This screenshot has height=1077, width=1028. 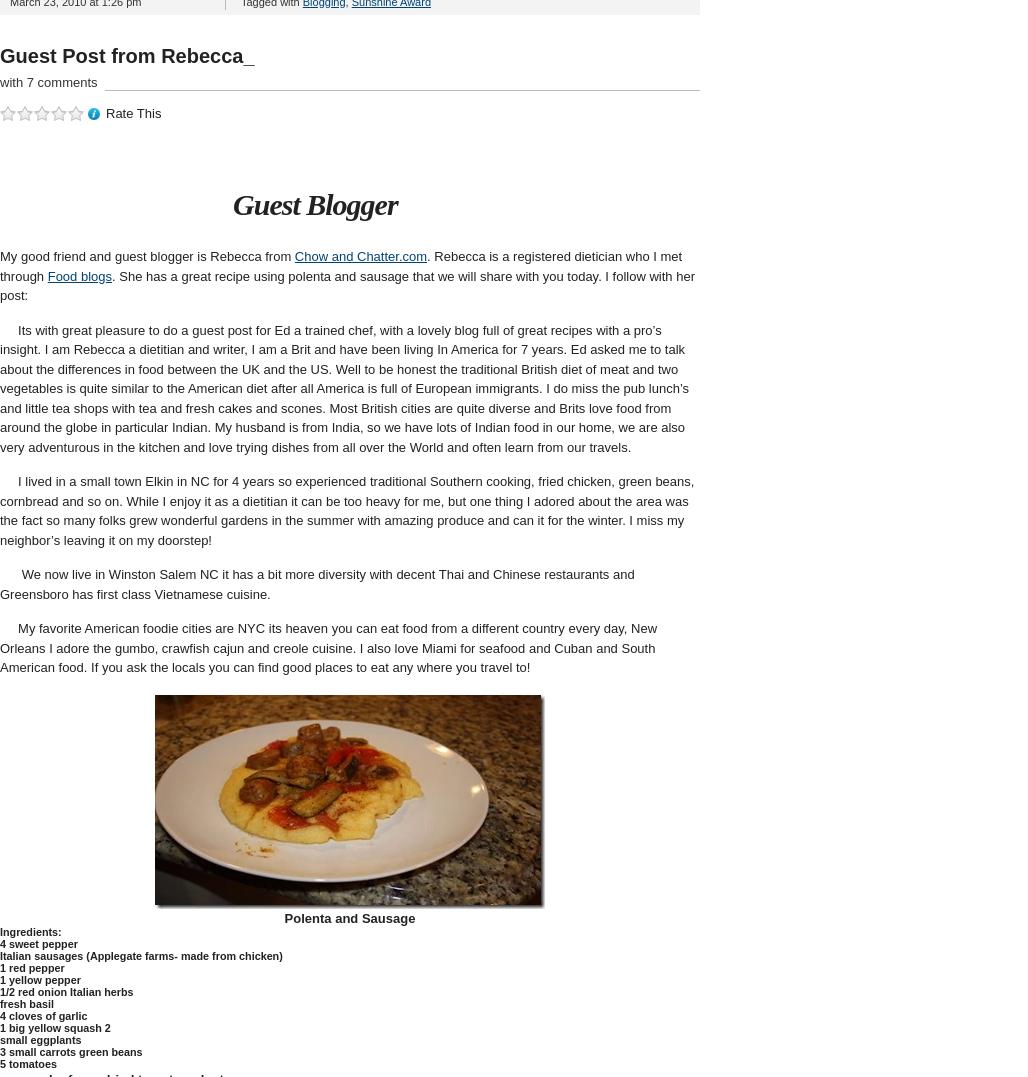 I want to click on 'with 7 comments', so click(x=0, y=81).